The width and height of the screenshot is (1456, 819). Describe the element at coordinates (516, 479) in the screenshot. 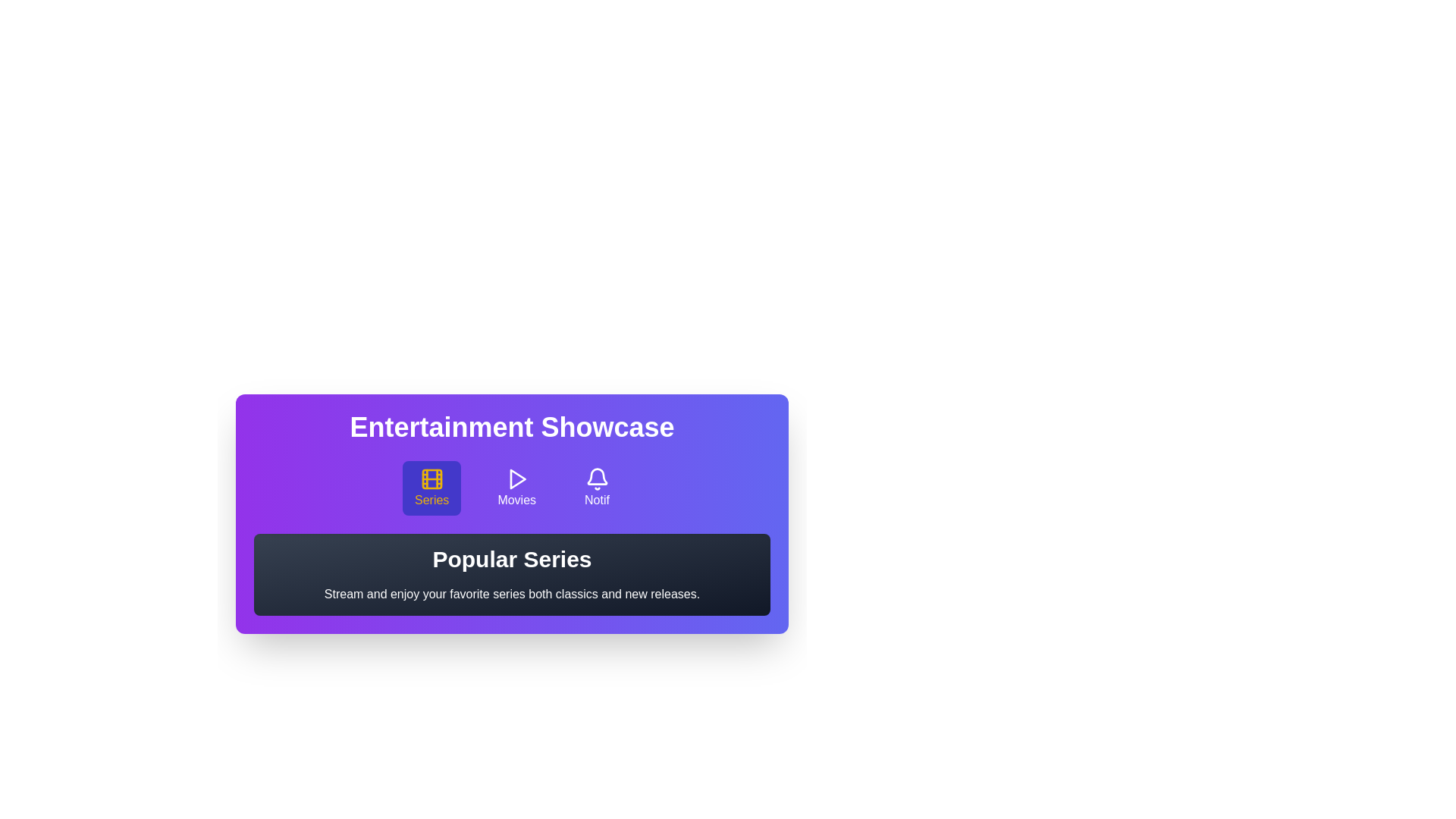

I see `the 'Movies' icon in the navigation bar, which represents video playback or movie-related content` at that location.